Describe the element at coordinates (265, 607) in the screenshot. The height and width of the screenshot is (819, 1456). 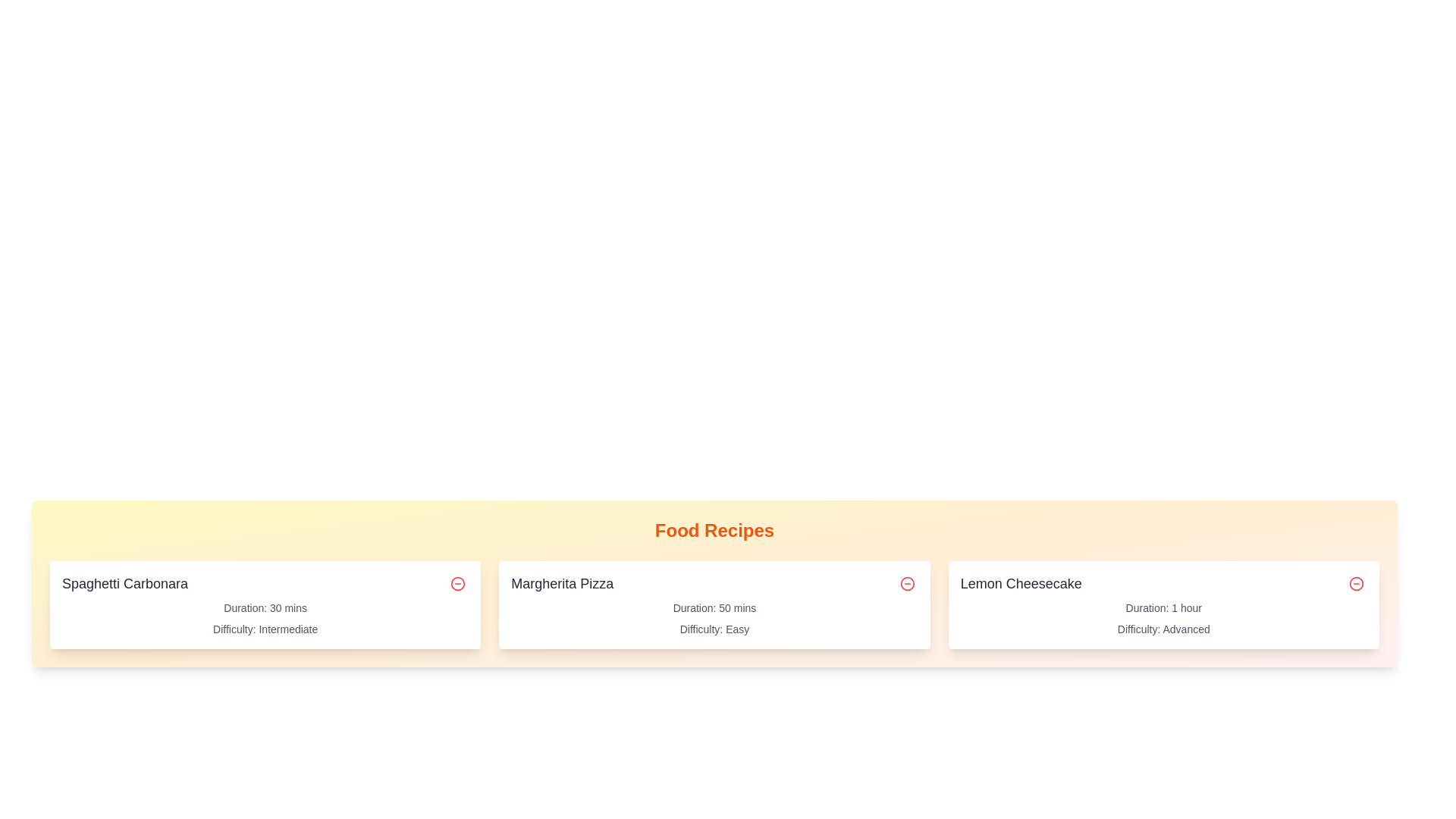
I see `the text label displaying 'Duration: 30 mins' located within the 'Spaghetti Carbonara' recipe card, positioned above the 'Difficulty: Intermediate' label and below the recipe title` at that location.